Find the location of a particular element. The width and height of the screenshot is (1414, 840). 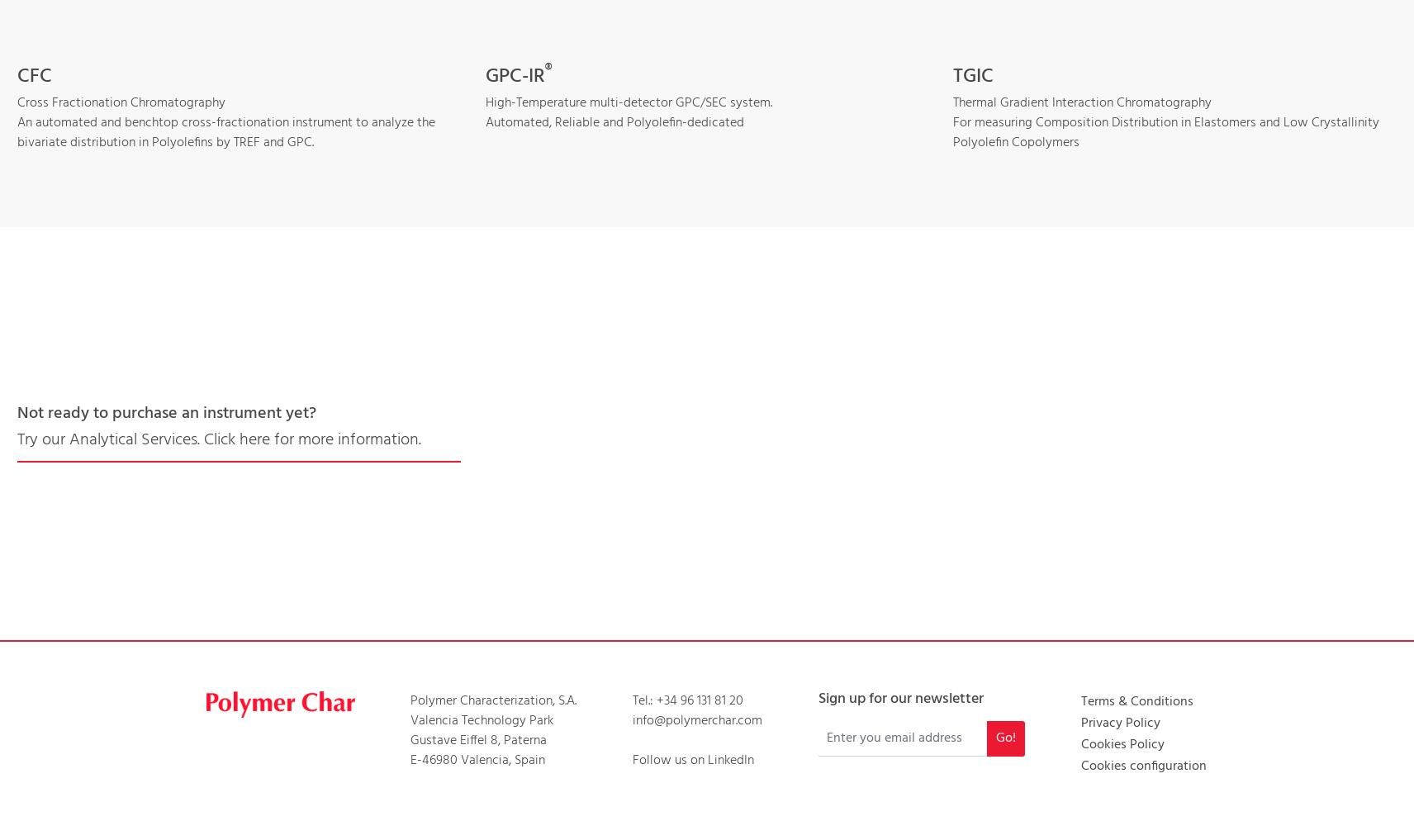

'info@polymerchar.com' is located at coordinates (696, 719).